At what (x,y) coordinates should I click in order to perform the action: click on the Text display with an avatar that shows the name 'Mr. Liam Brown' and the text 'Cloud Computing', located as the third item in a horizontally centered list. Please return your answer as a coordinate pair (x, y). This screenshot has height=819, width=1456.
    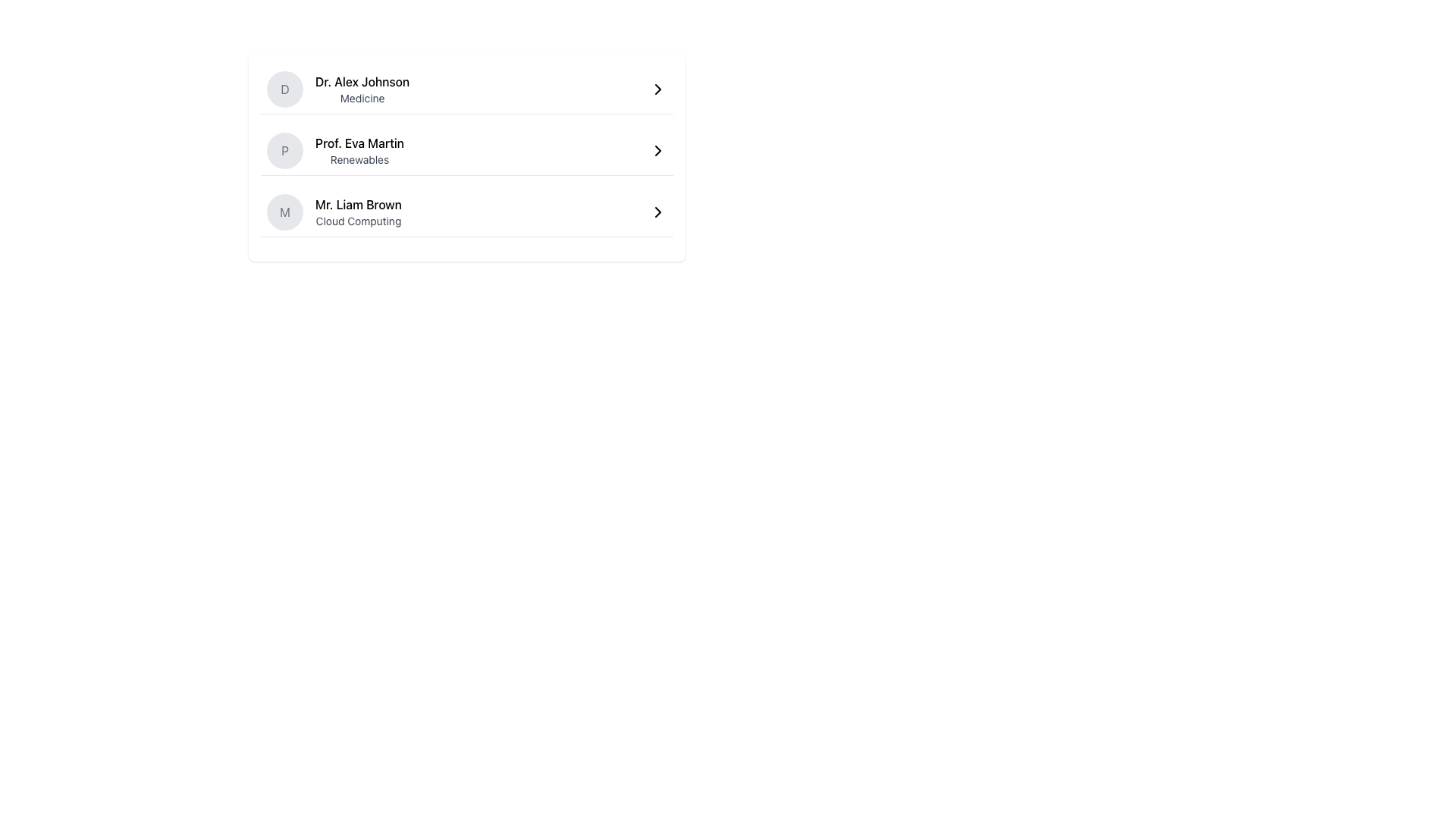
    Looking at the image, I should click on (334, 212).